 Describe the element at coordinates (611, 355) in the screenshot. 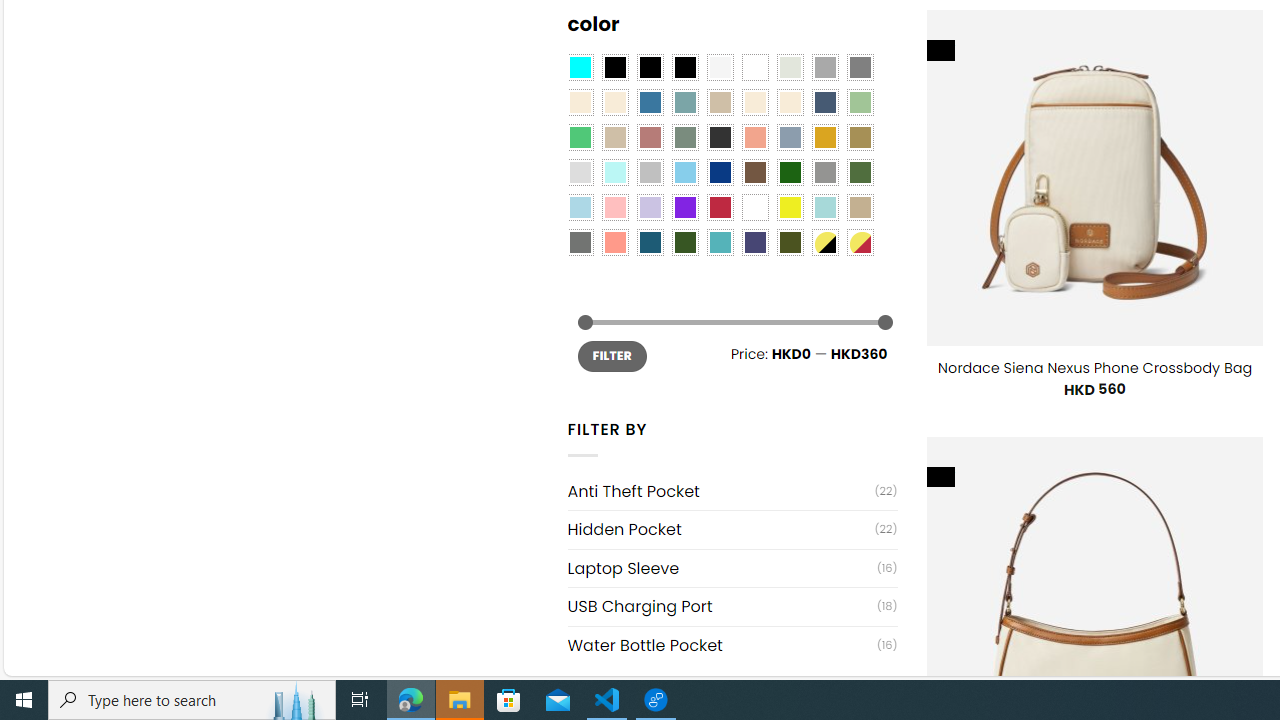

I see `'FILTER'` at that location.